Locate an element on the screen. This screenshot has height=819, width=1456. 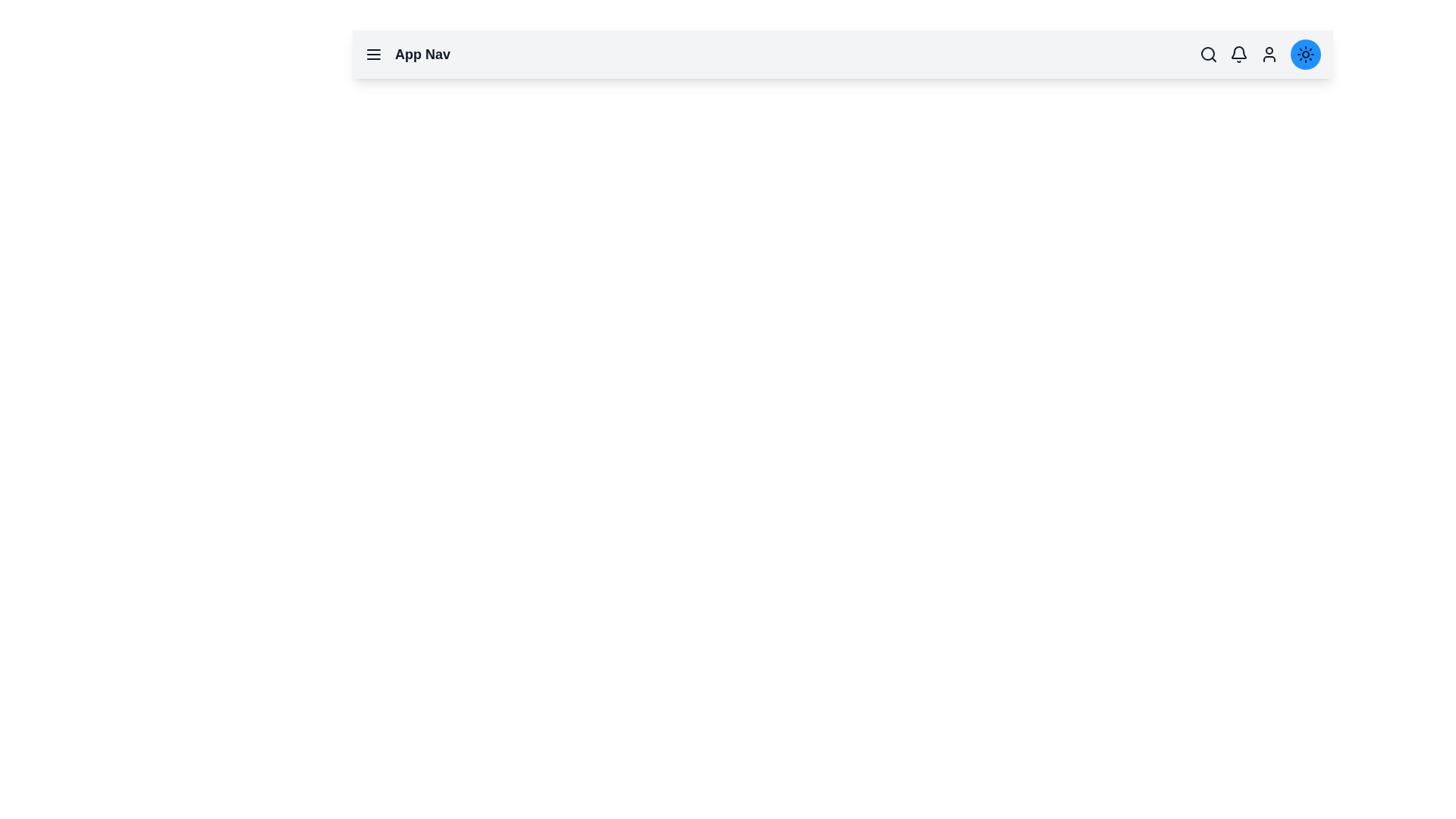
the theme toggle button to switch between light and dark themes is located at coordinates (1305, 54).